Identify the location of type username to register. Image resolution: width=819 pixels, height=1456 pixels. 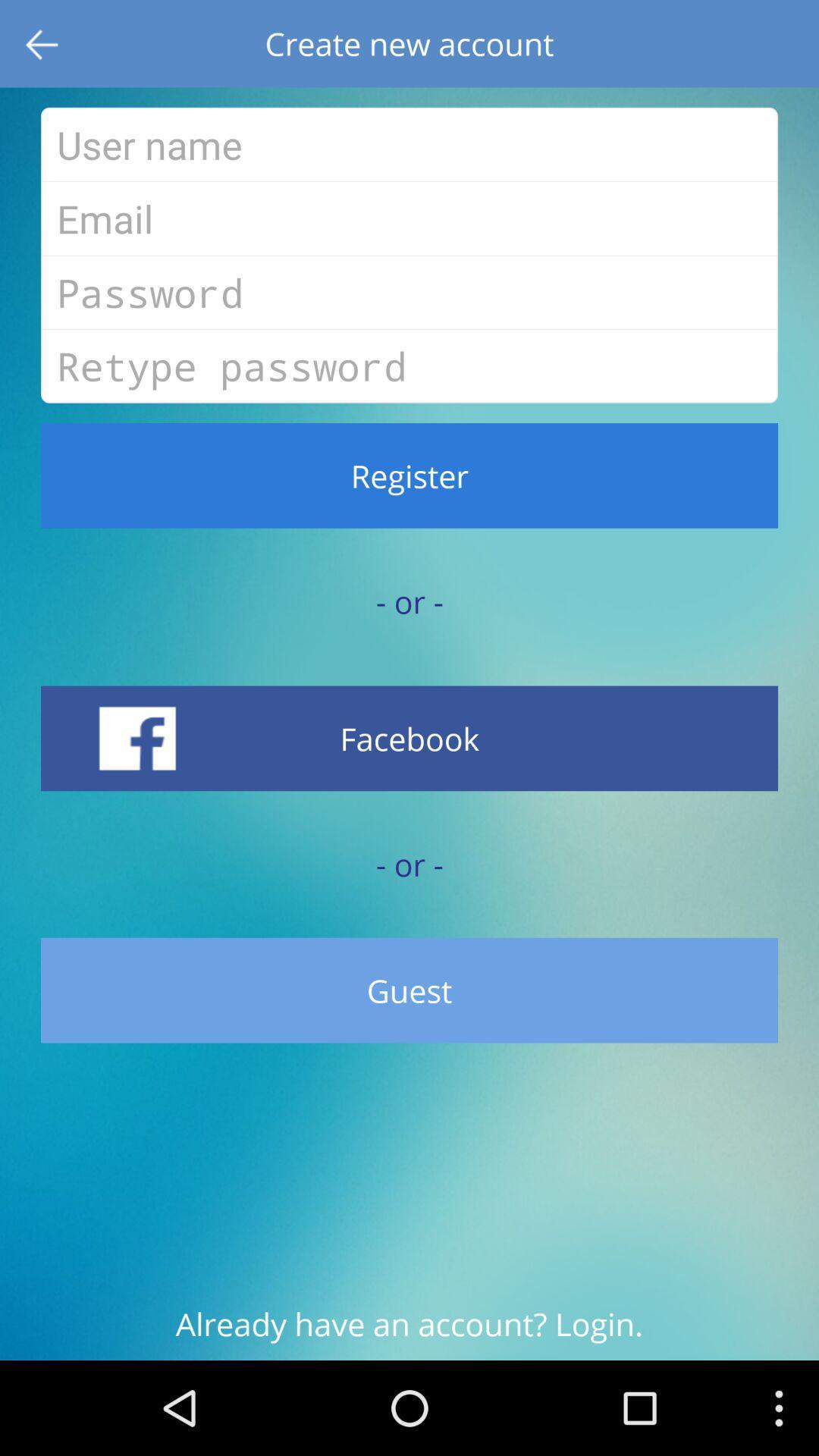
(409, 144).